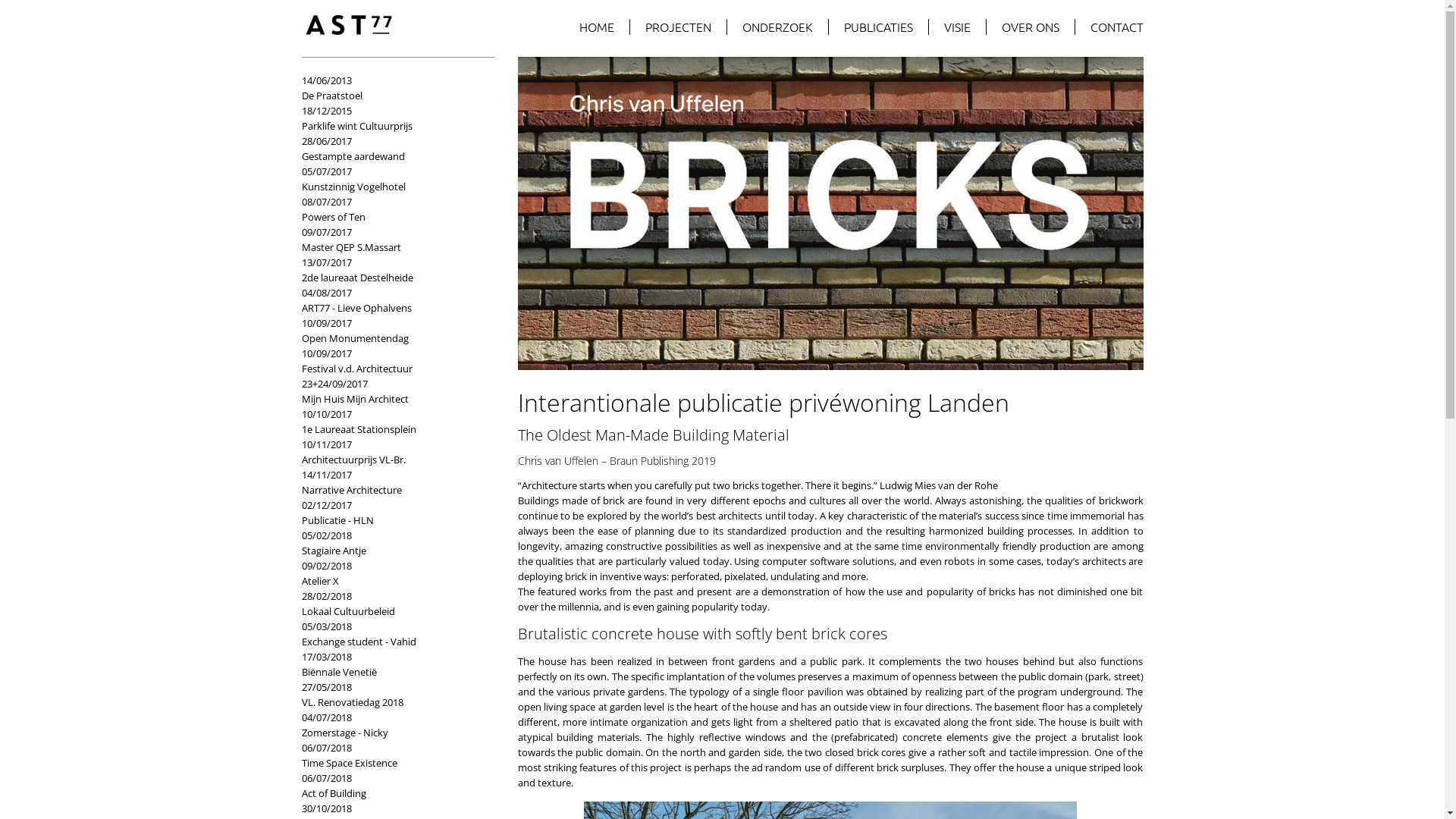 This screenshot has width=1456, height=819. Describe the element at coordinates (391, 694) in the screenshot. I see `'27/05/2018` at that location.